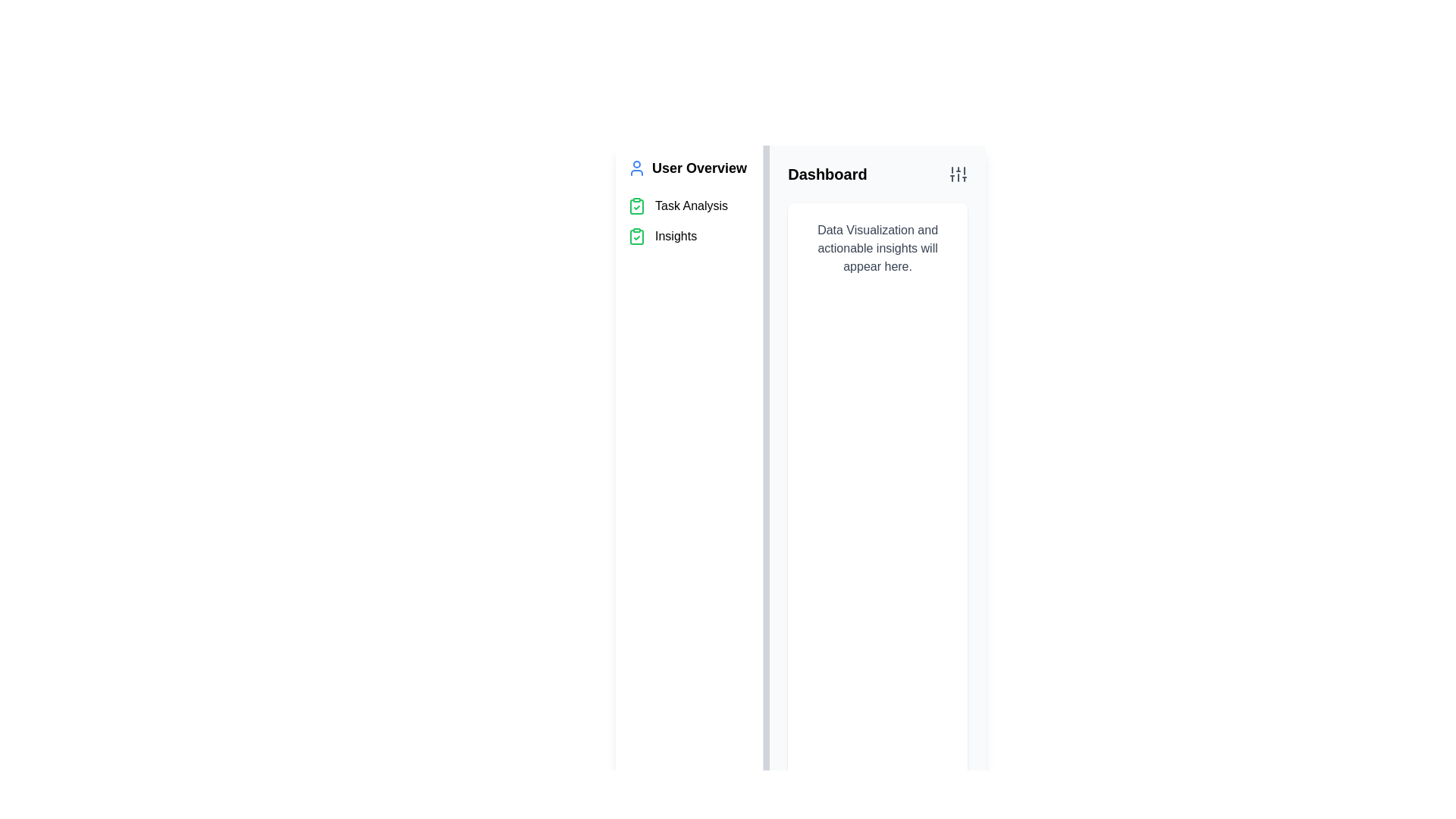 This screenshot has height=819, width=1456. What do you see at coordinates (637, 237) in the screenshot?
I see `the clipboard icon element located under the 'Insights' title in the vertical navigation bar, which is outlined by thin green lines and features a clip at the top` at bounding box center [637, 237].